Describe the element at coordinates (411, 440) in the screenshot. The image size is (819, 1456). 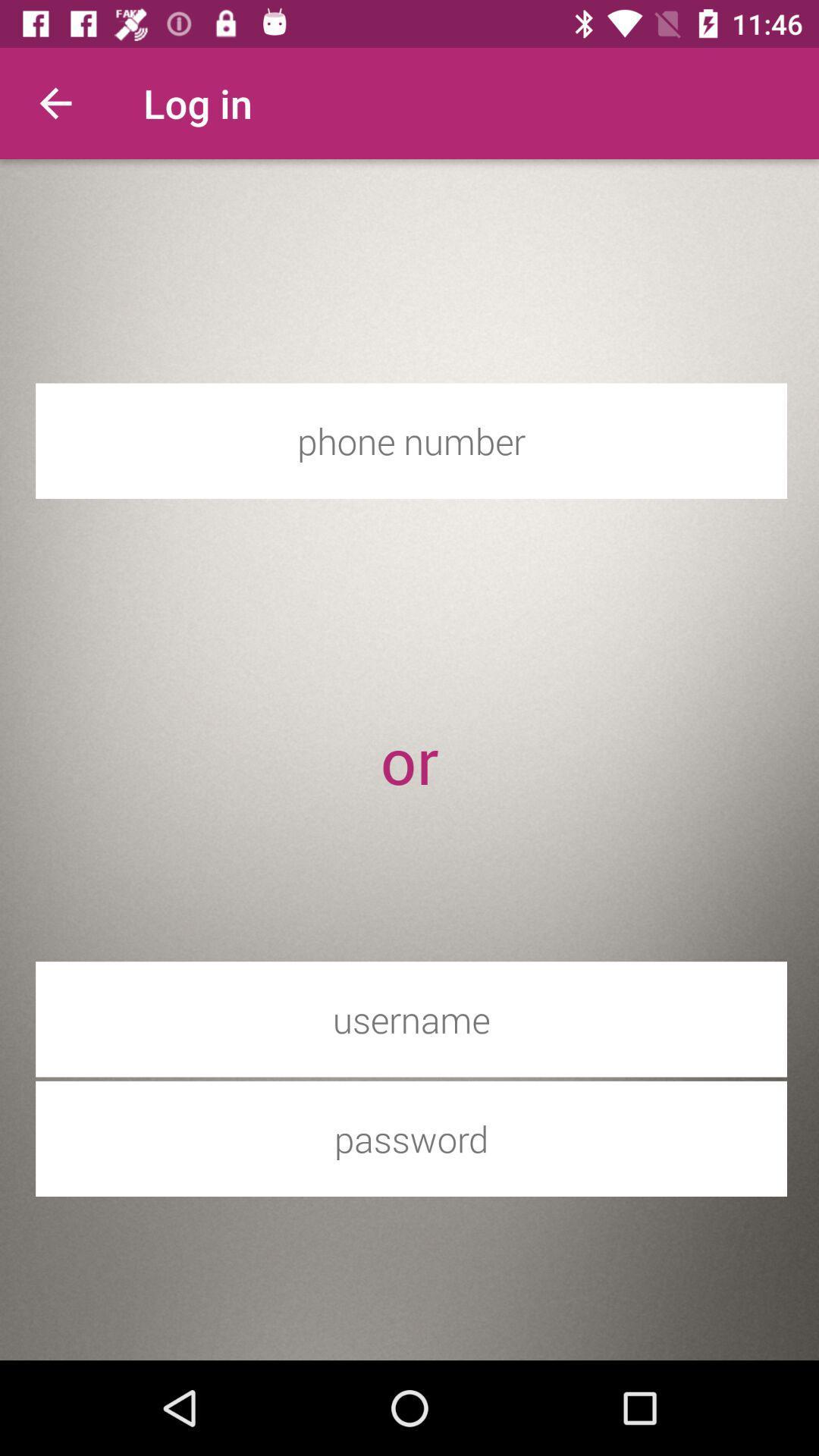
I see `the phone number` at that location.